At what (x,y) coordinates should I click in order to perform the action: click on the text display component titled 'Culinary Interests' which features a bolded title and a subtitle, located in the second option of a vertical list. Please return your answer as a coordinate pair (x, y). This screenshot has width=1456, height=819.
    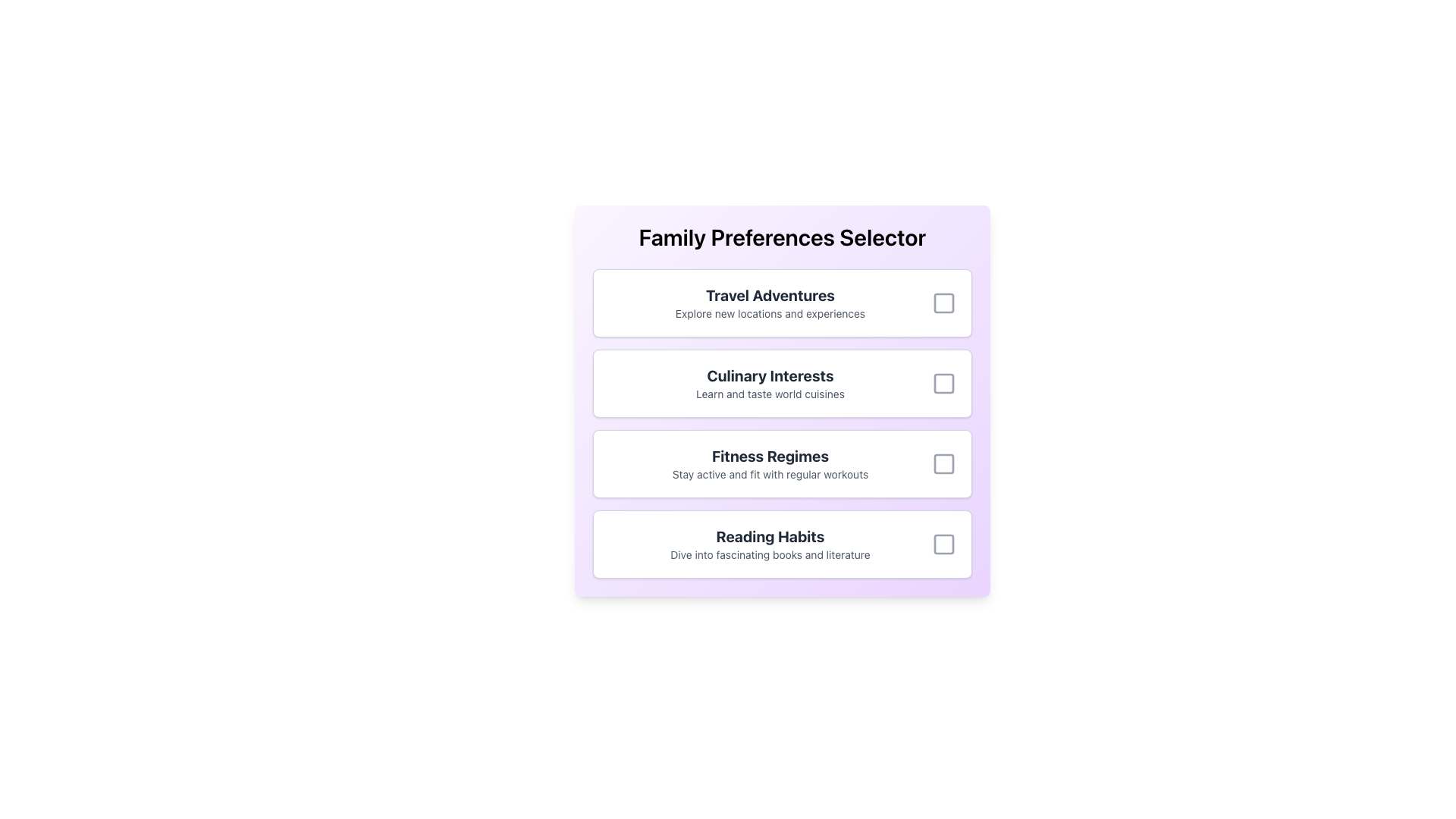
    Looking at the image, I should click on (770, 382).